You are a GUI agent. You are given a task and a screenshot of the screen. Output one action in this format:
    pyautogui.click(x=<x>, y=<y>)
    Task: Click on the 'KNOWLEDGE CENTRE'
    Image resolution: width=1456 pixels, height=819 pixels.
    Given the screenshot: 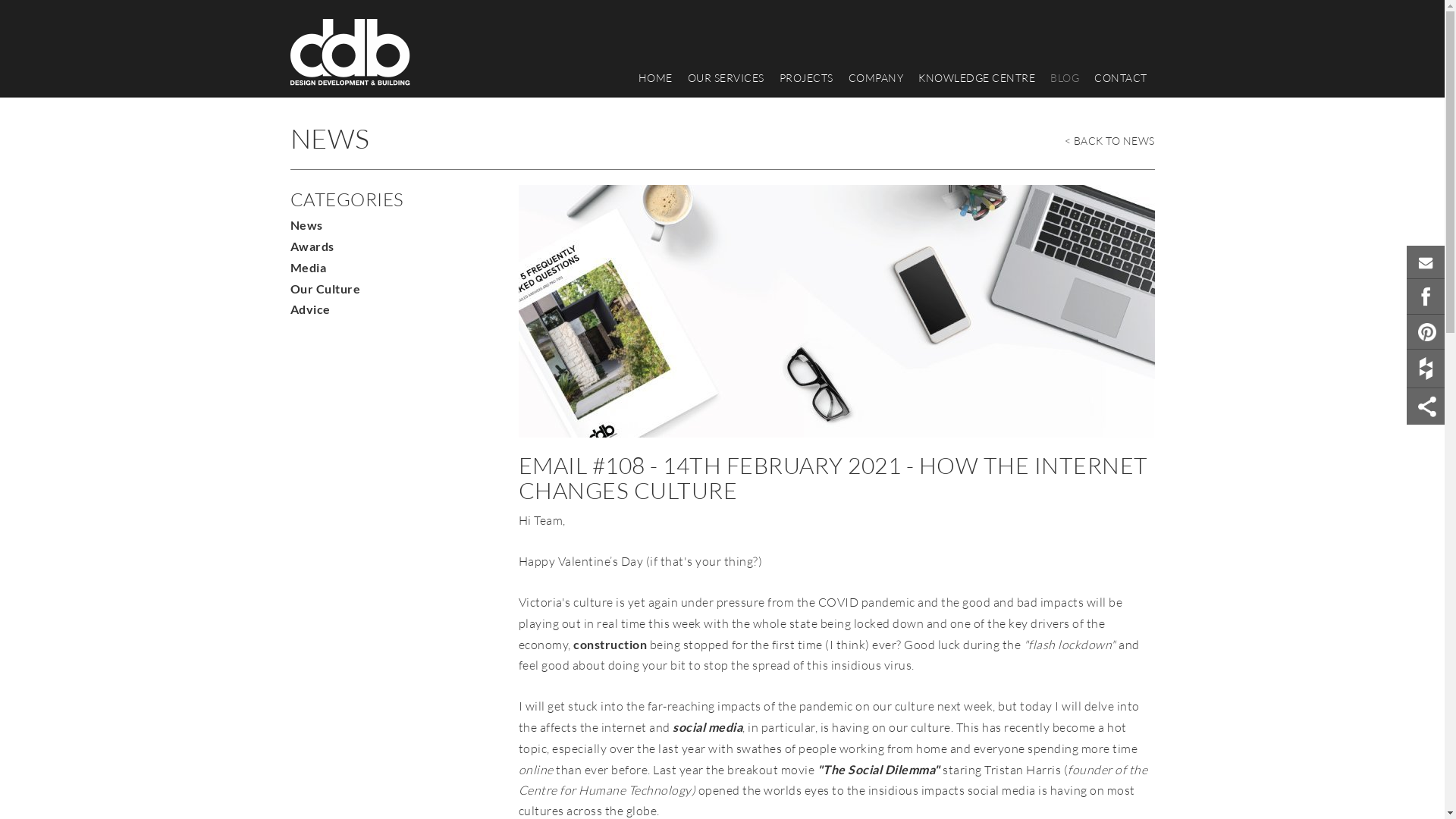 What is the action you would take?
    pyautogui.click(x=910, y=78)
    